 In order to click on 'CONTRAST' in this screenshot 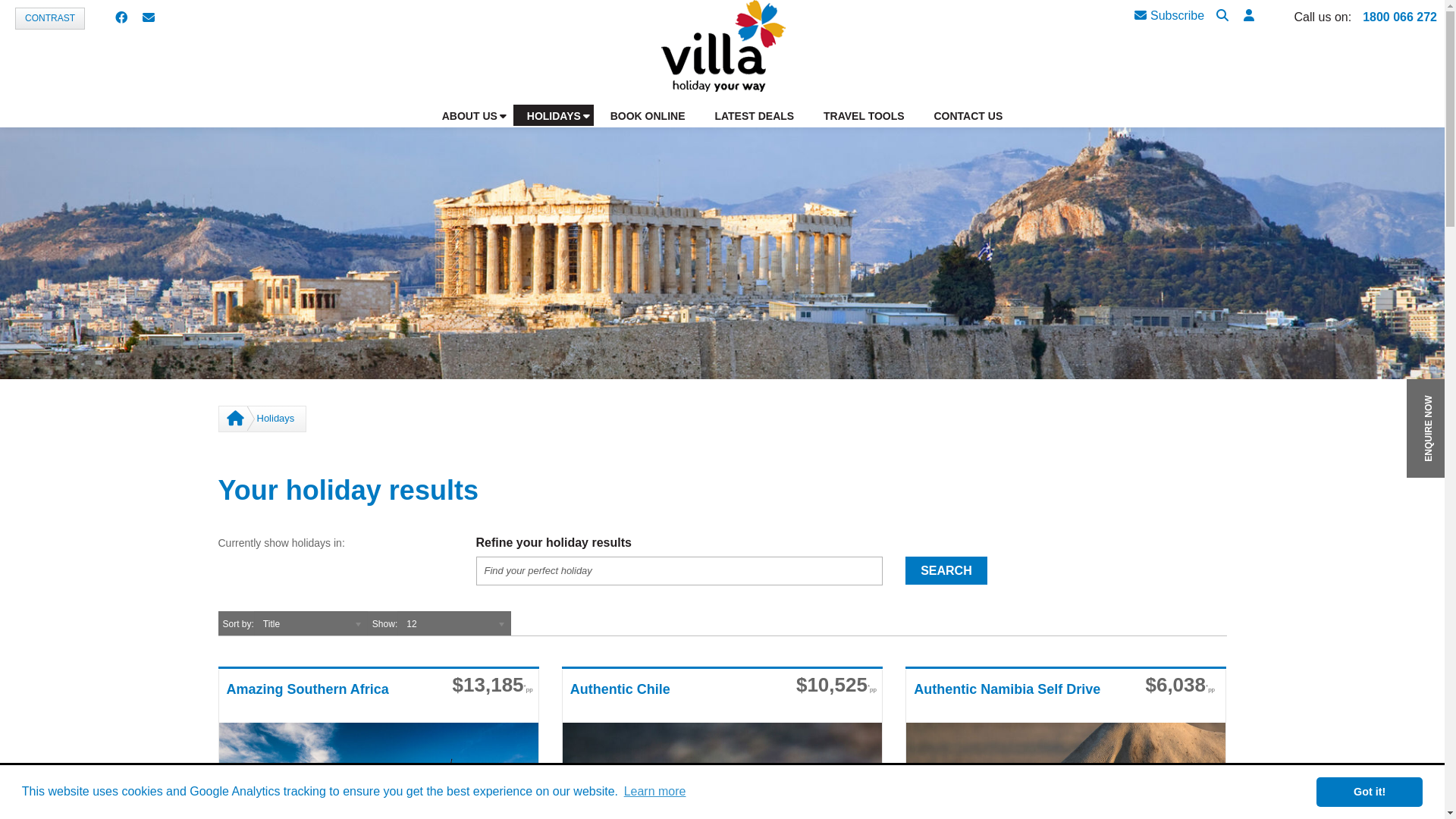, I will do `click(50, 18)`.